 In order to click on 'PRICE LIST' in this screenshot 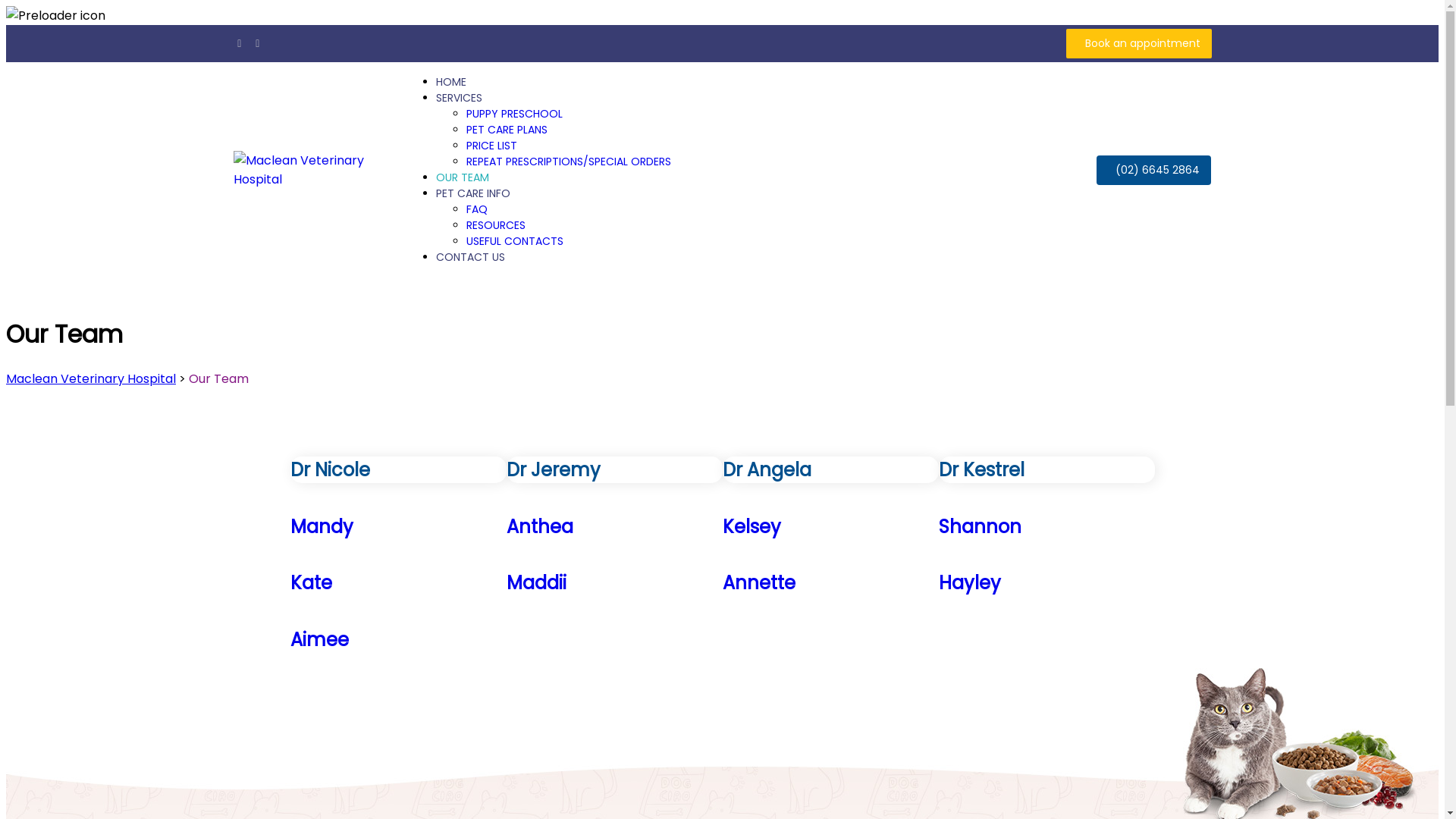, I will do `click(491, 146)`.